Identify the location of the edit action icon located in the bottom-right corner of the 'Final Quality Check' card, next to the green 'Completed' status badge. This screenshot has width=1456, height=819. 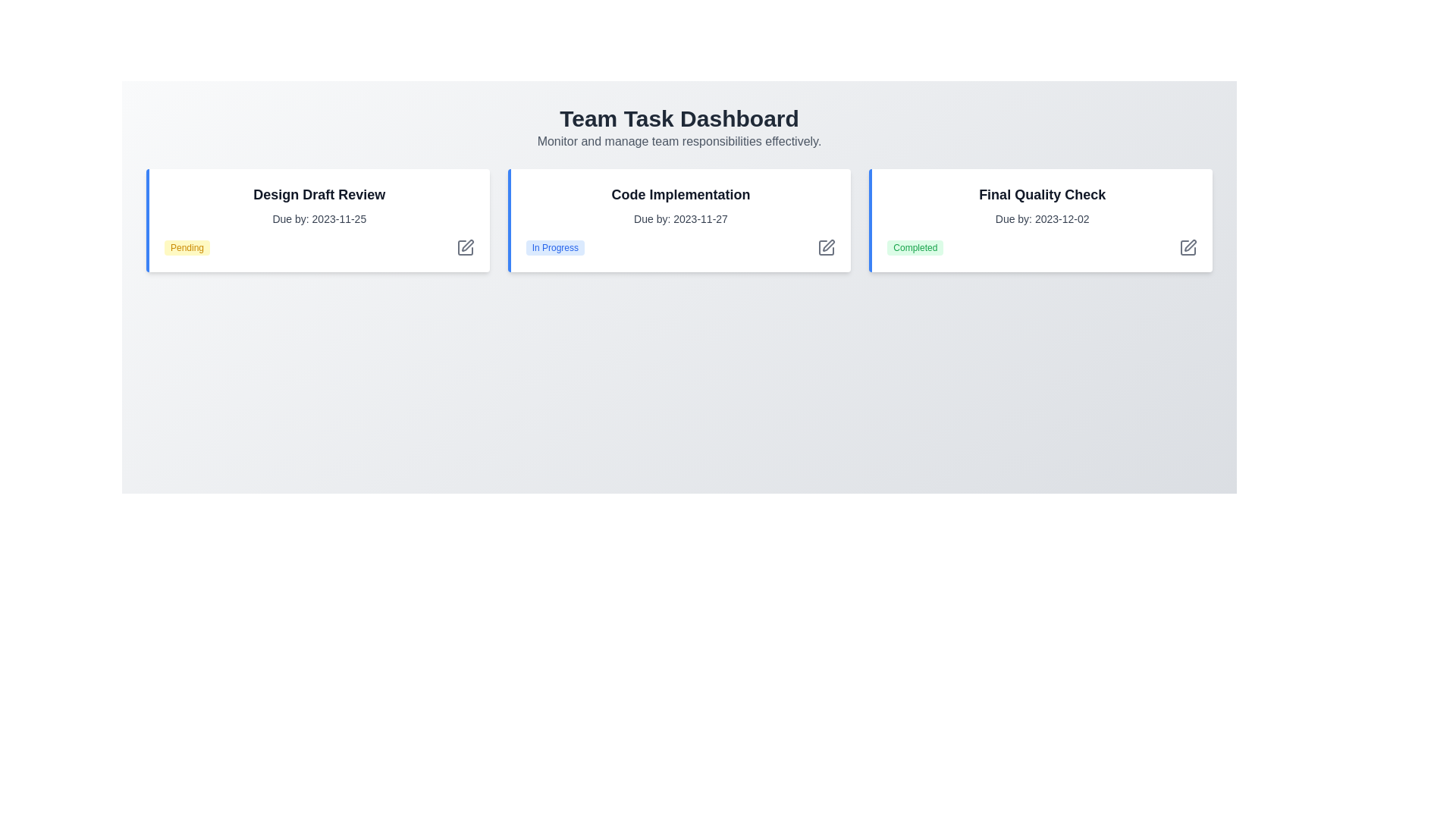
(1189, 245).